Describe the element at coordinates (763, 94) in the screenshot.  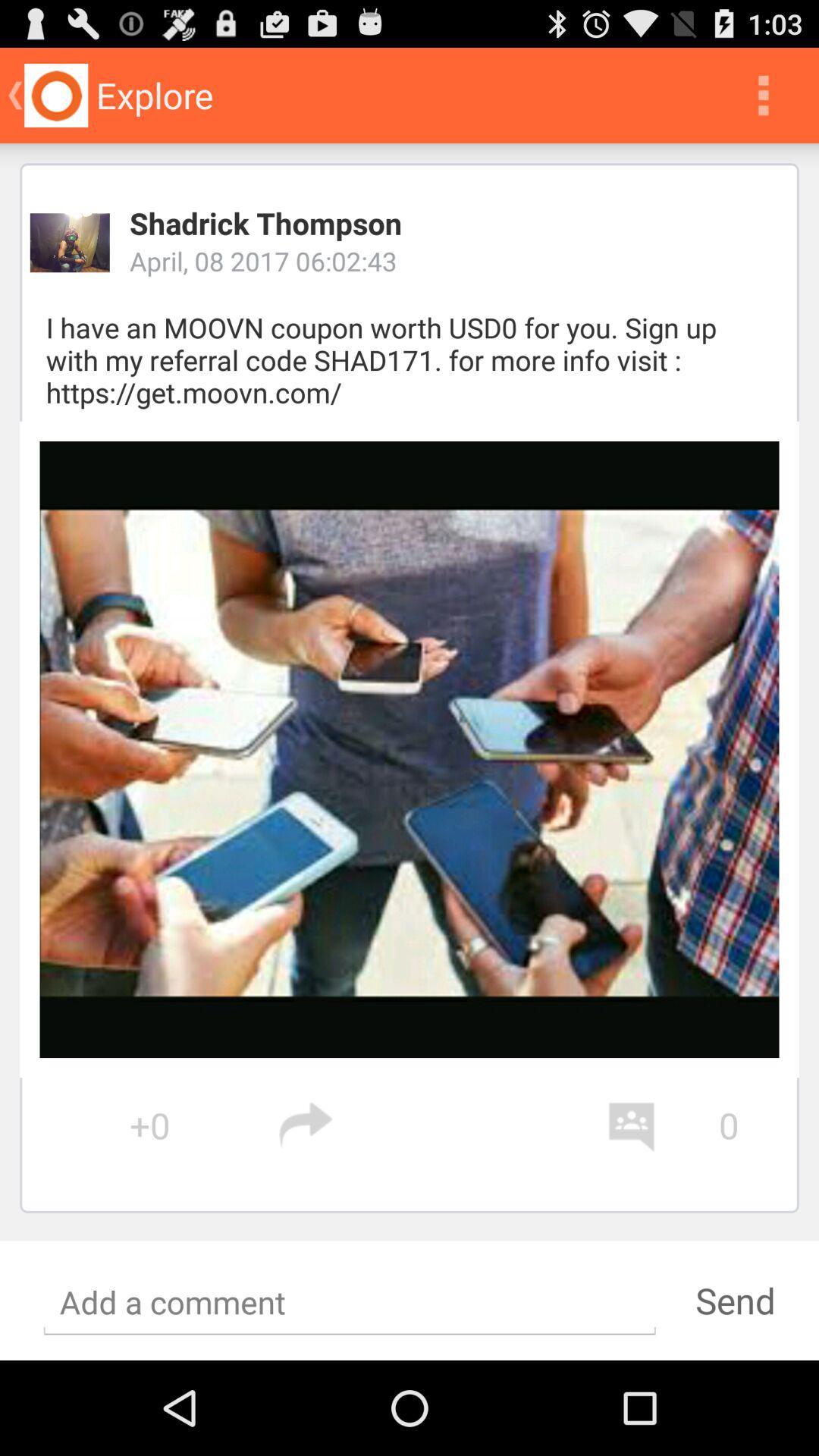
I see `item at the top right corner` at that location.